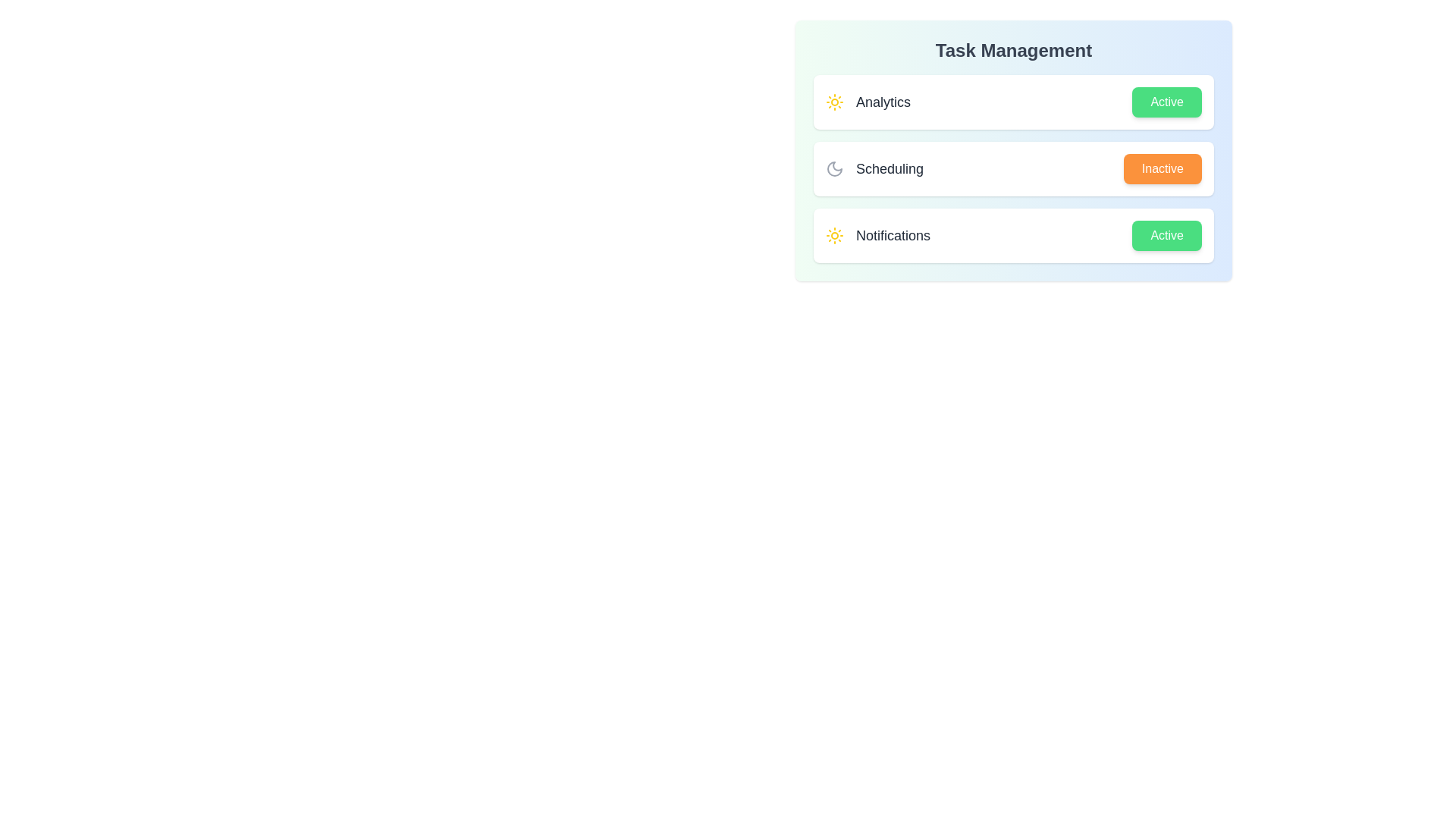 The image size is (1456, 819). I want to click on the description of the task Analytics, so click(868, 102).